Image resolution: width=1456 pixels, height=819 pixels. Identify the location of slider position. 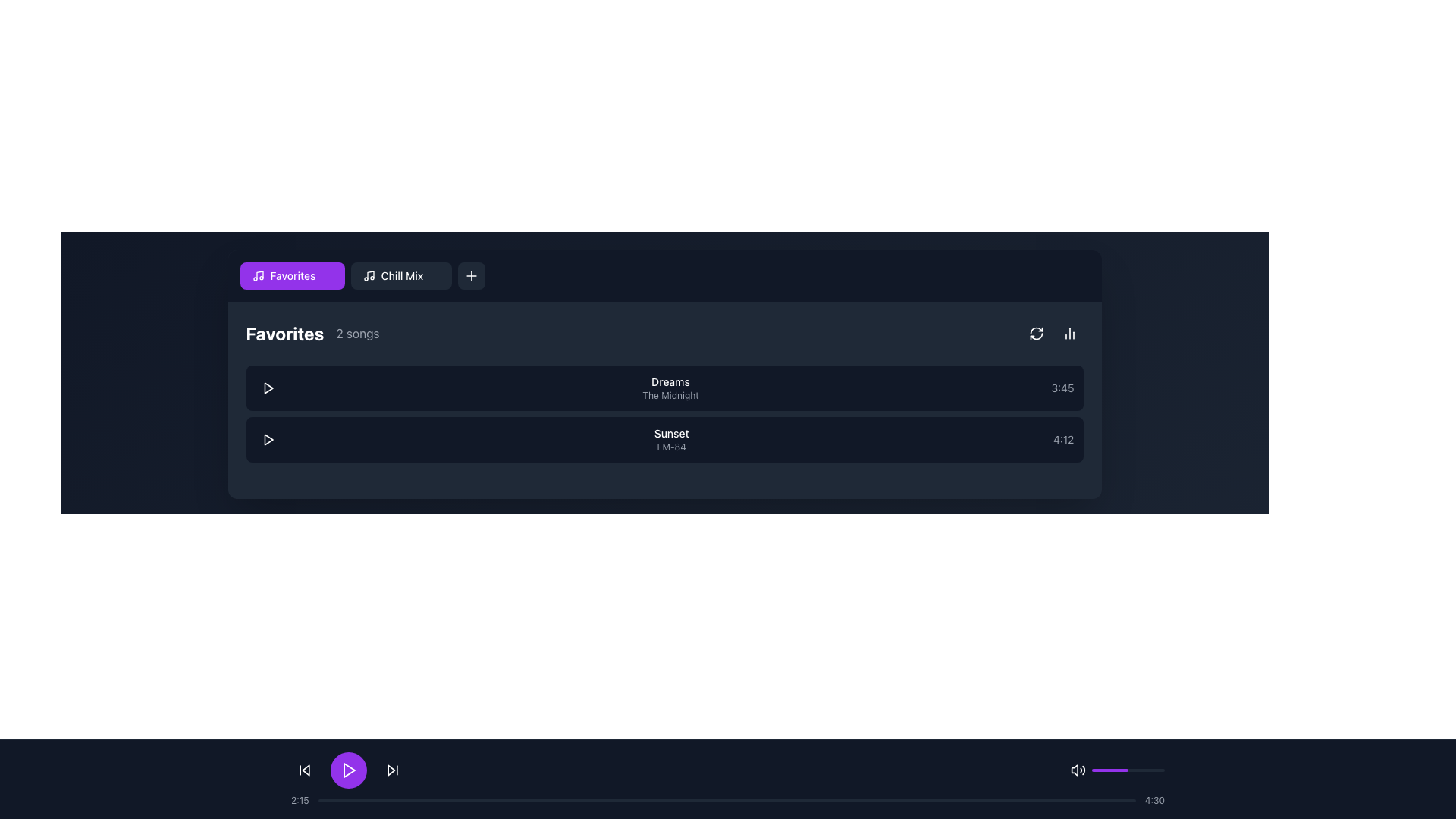
(1141, 770).